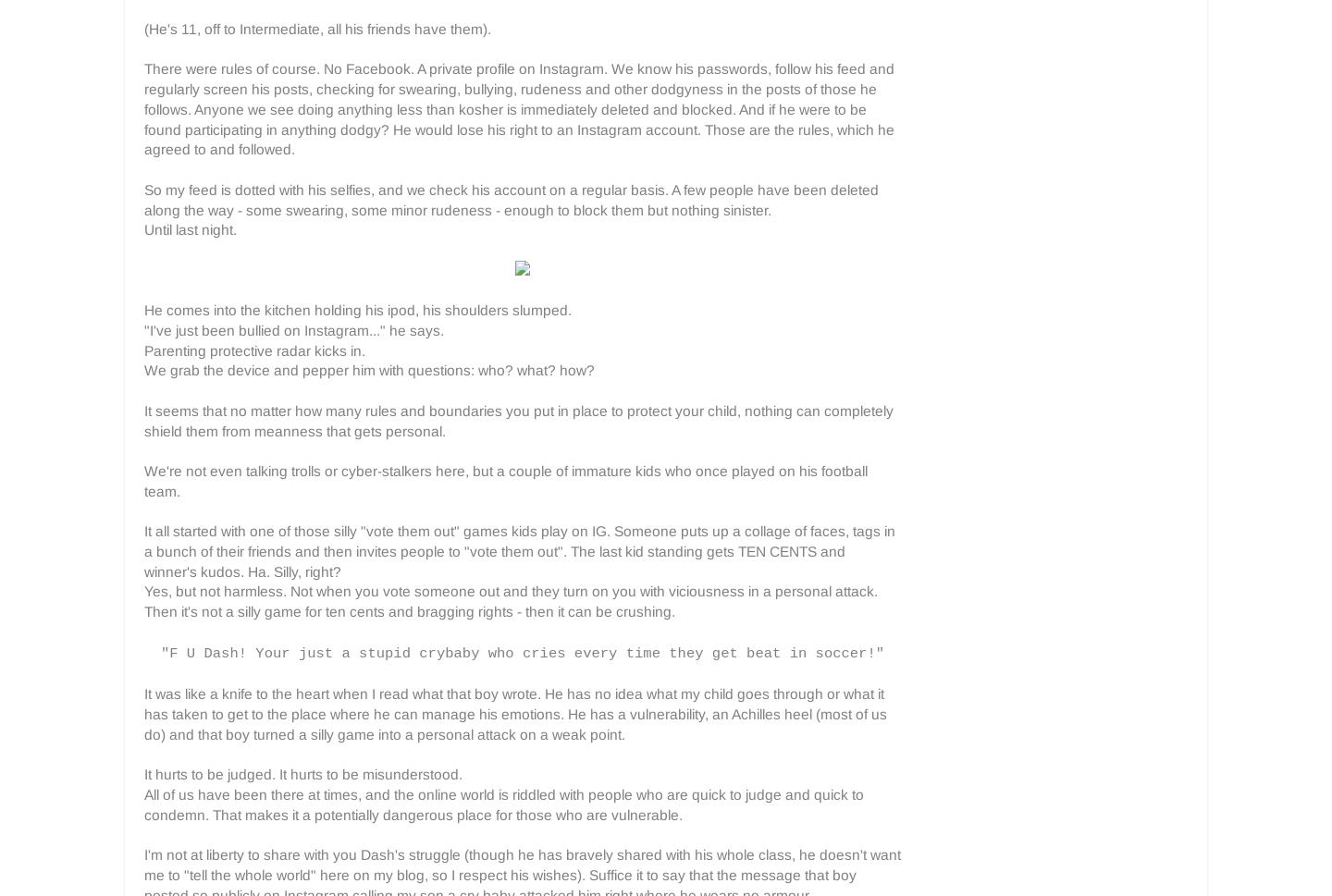 The width and height of the screenshot is (1332, 896). I want to click on 'It hurts to be judged. It hurts to be misunderstood.', so click(303, 774).